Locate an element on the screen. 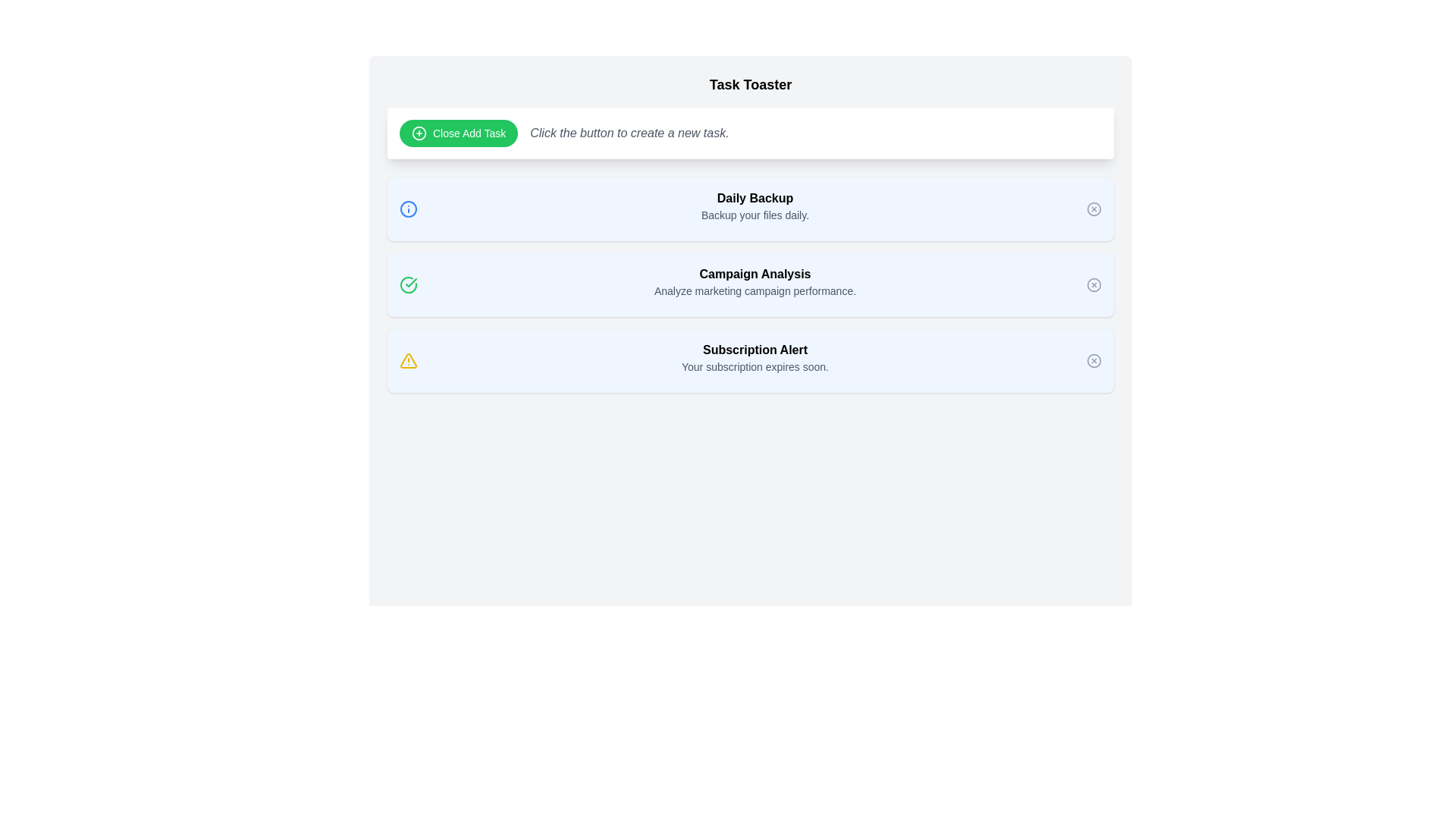  blue circular icon in the first row labeled 'Daily Backup' by clicking on its center is located at coordinates (408, 209).